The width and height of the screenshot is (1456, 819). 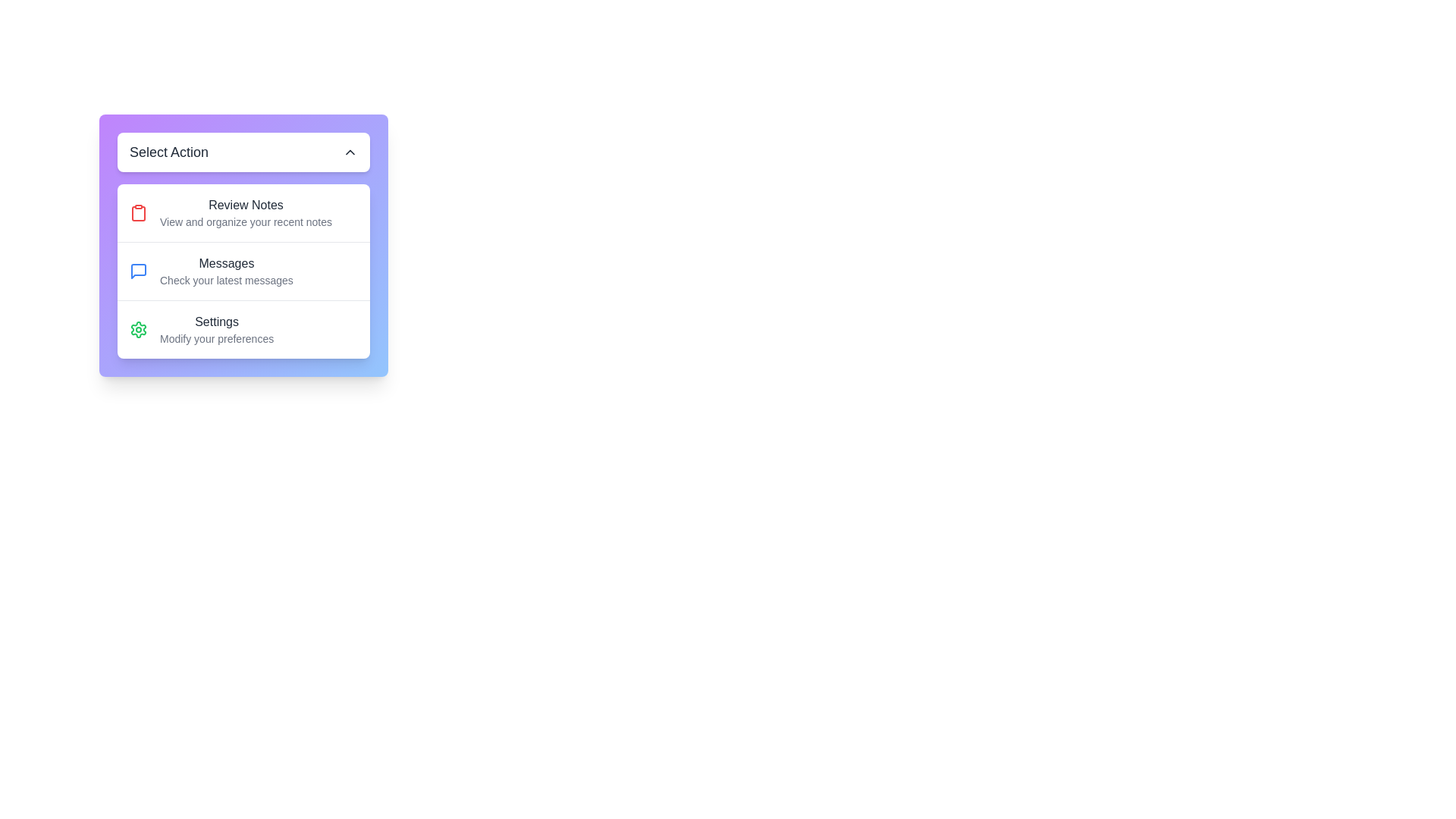 I want to click on the icon representing the 'Review Notes' option, which is located to the left of the text 'Review Notes' in the first row of options, so click(x=138, y=213).